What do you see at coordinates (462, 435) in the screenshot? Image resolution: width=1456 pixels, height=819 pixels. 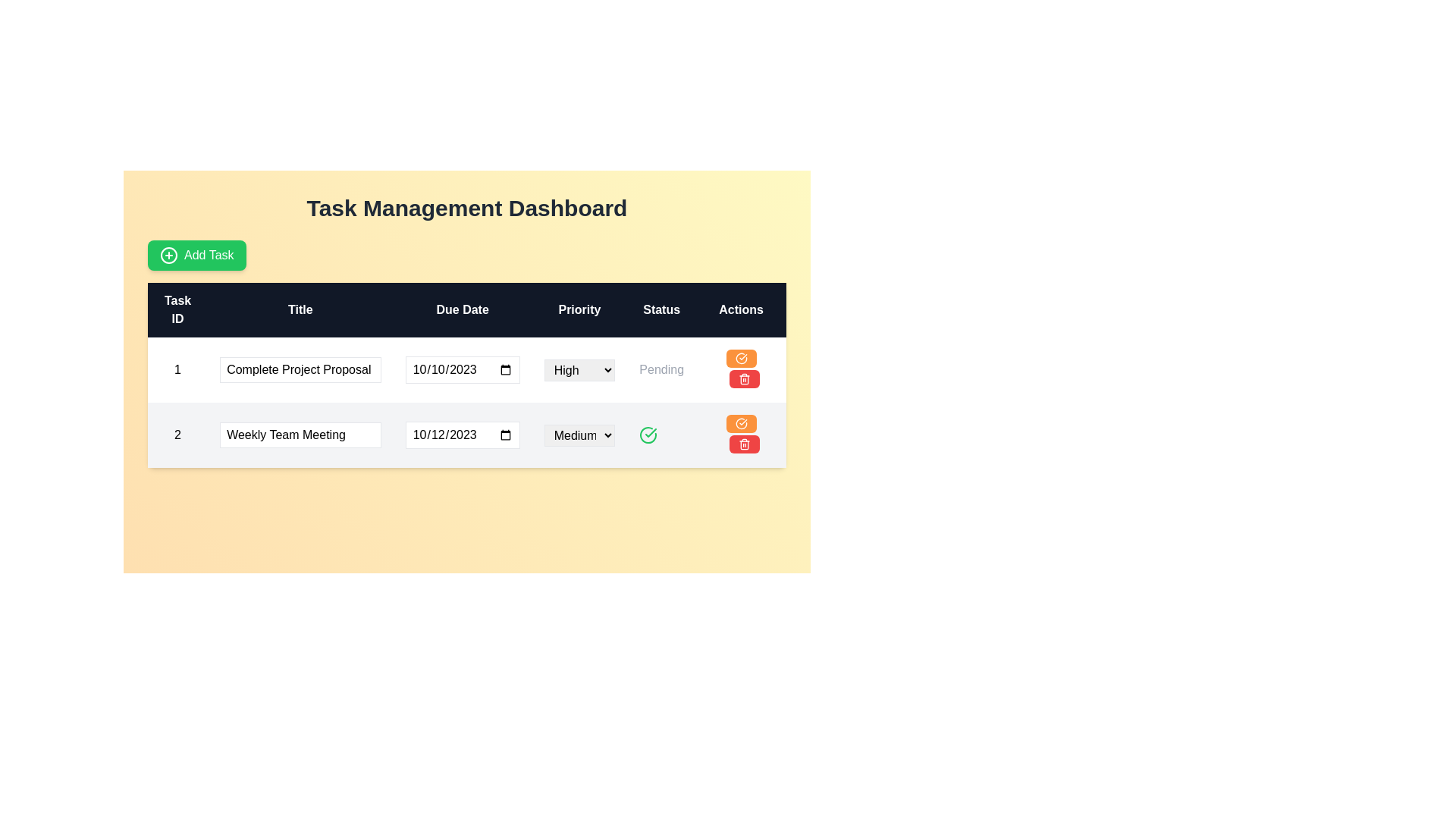 I see `the Date input field for the task 'Weekly Team Meeting'` at bounding box center [462, 435].